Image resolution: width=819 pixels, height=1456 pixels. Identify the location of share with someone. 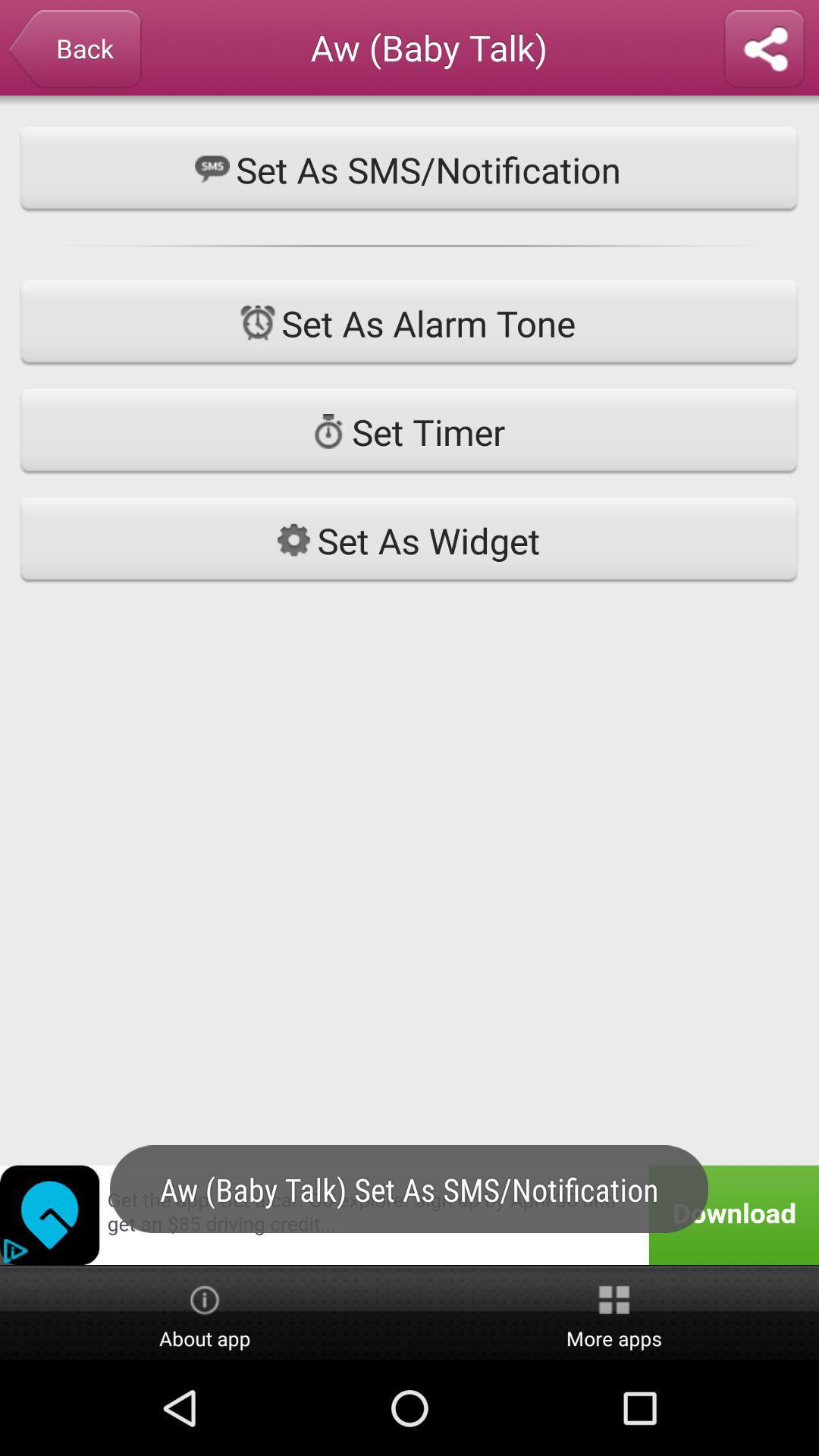
(764, 50).